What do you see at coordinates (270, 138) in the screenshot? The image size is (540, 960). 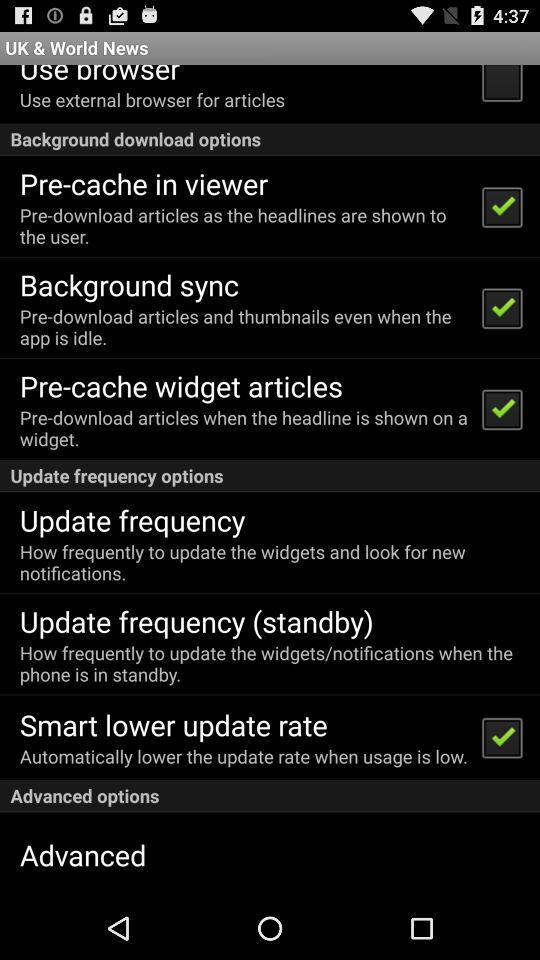 I see `background download options` at bounding box center [270, 138].